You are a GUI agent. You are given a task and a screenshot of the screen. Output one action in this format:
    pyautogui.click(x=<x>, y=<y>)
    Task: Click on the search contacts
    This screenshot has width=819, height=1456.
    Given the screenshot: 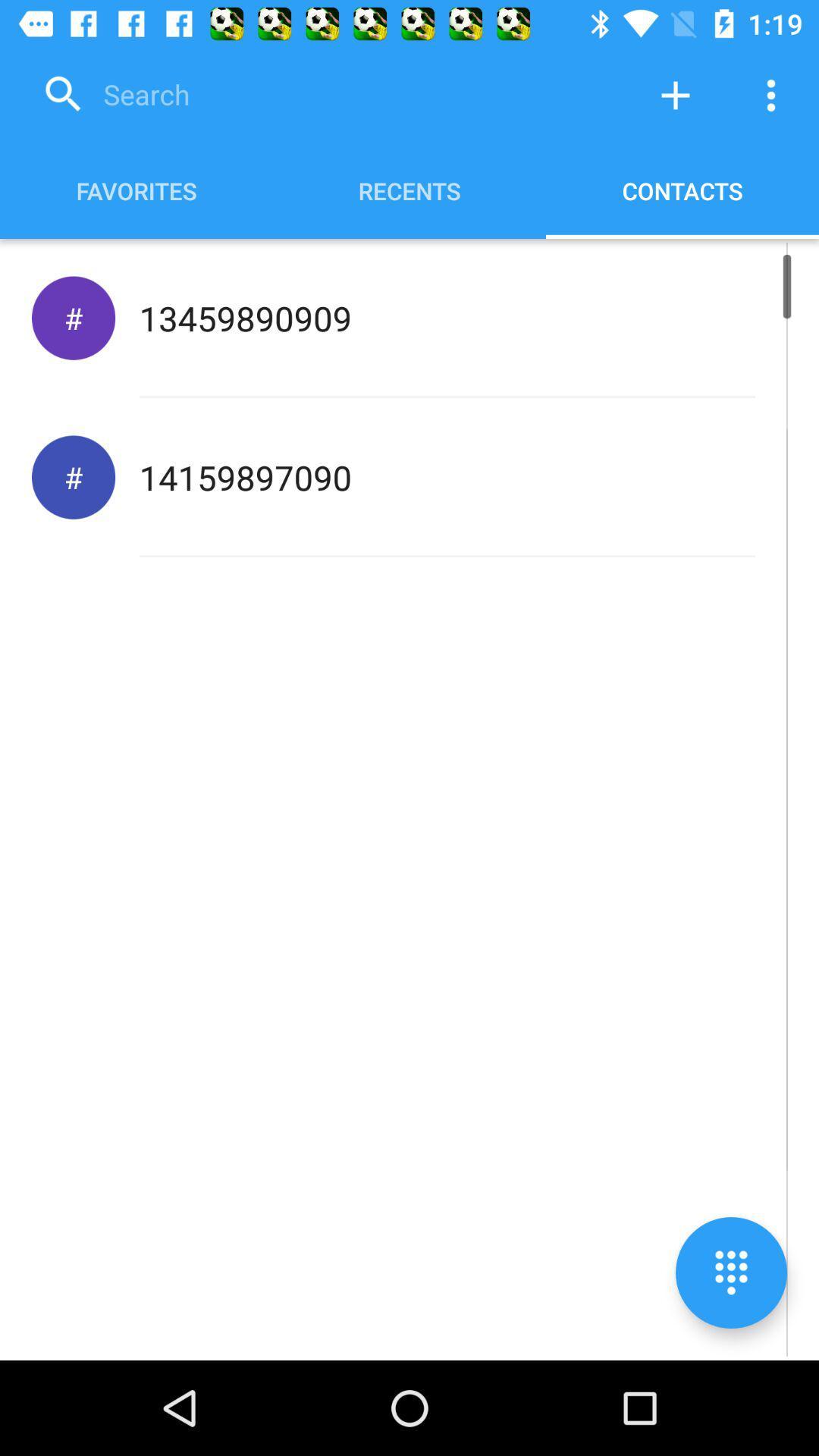 What is the action you would take?
    pyautogui.click(x=329, y=94)
    